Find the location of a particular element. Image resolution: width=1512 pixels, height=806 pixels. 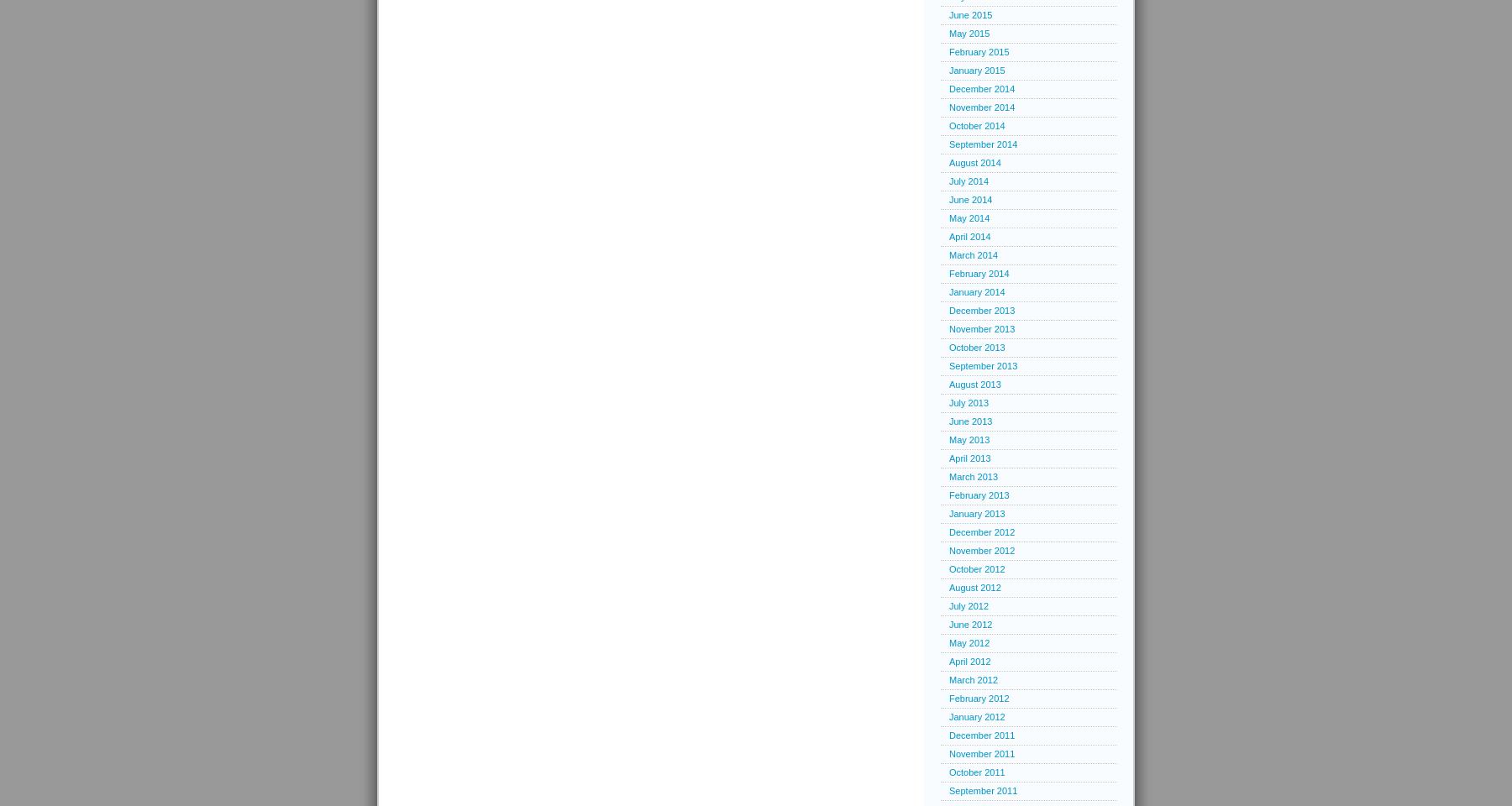

'February 2013' is located at coordinates (978, 495).